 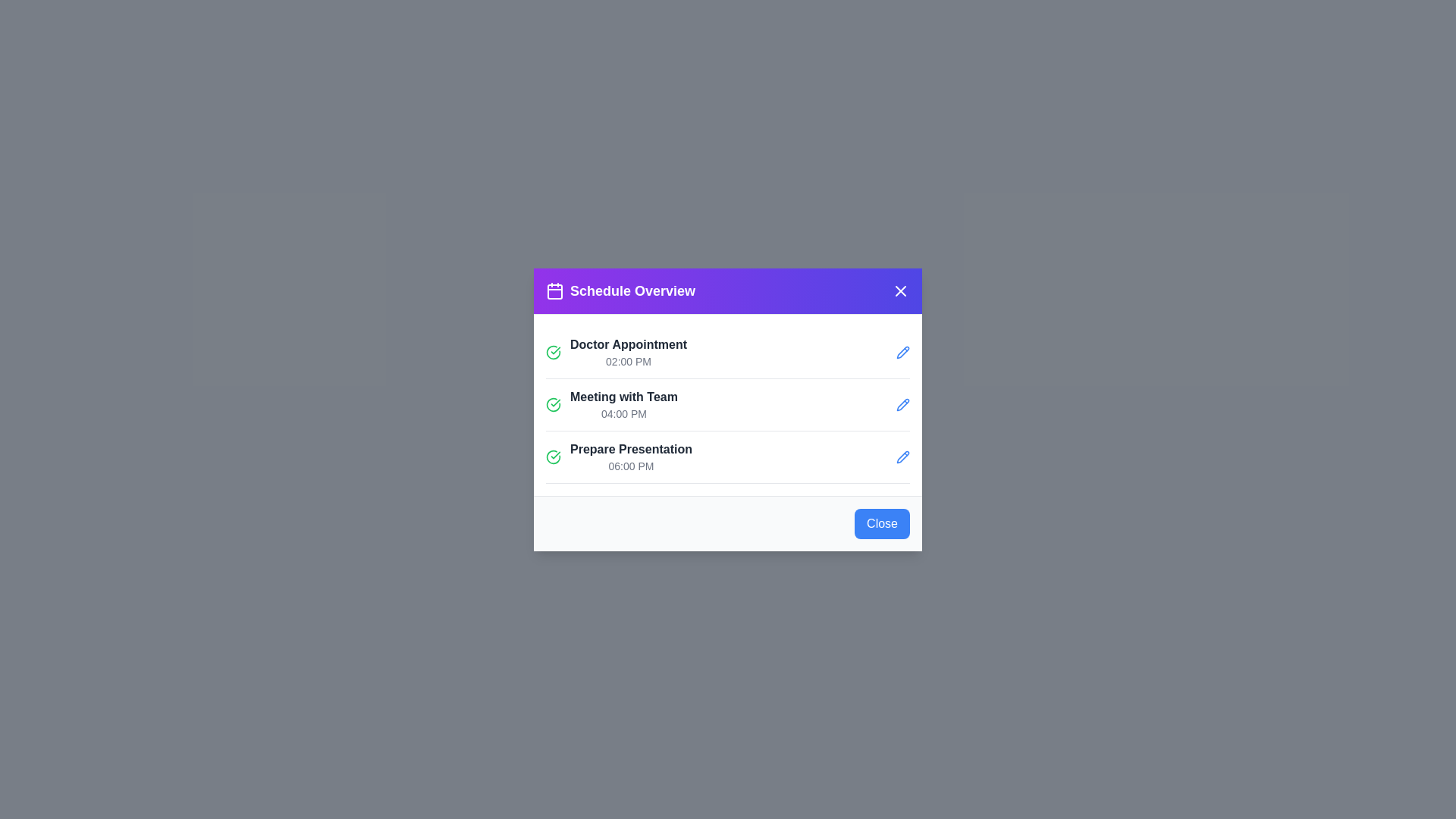 I want to click on the pencil icon button located on the far-right side of the 'Prepare Presentation' row at '06:00 PM' for keyboard navigation, so click(x=902, y=456).